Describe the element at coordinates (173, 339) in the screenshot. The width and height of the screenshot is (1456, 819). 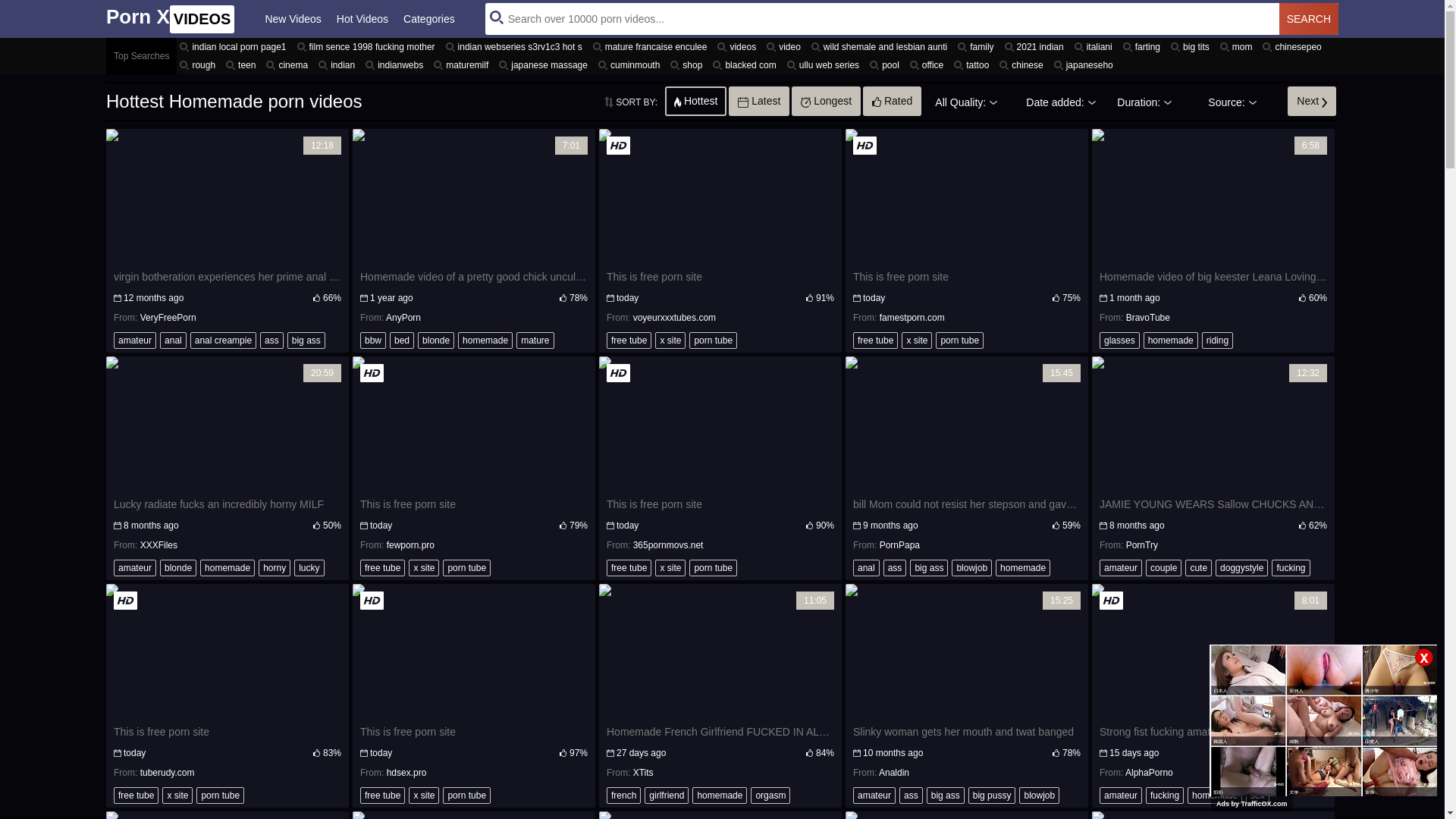
I see `'anal'` at that location.